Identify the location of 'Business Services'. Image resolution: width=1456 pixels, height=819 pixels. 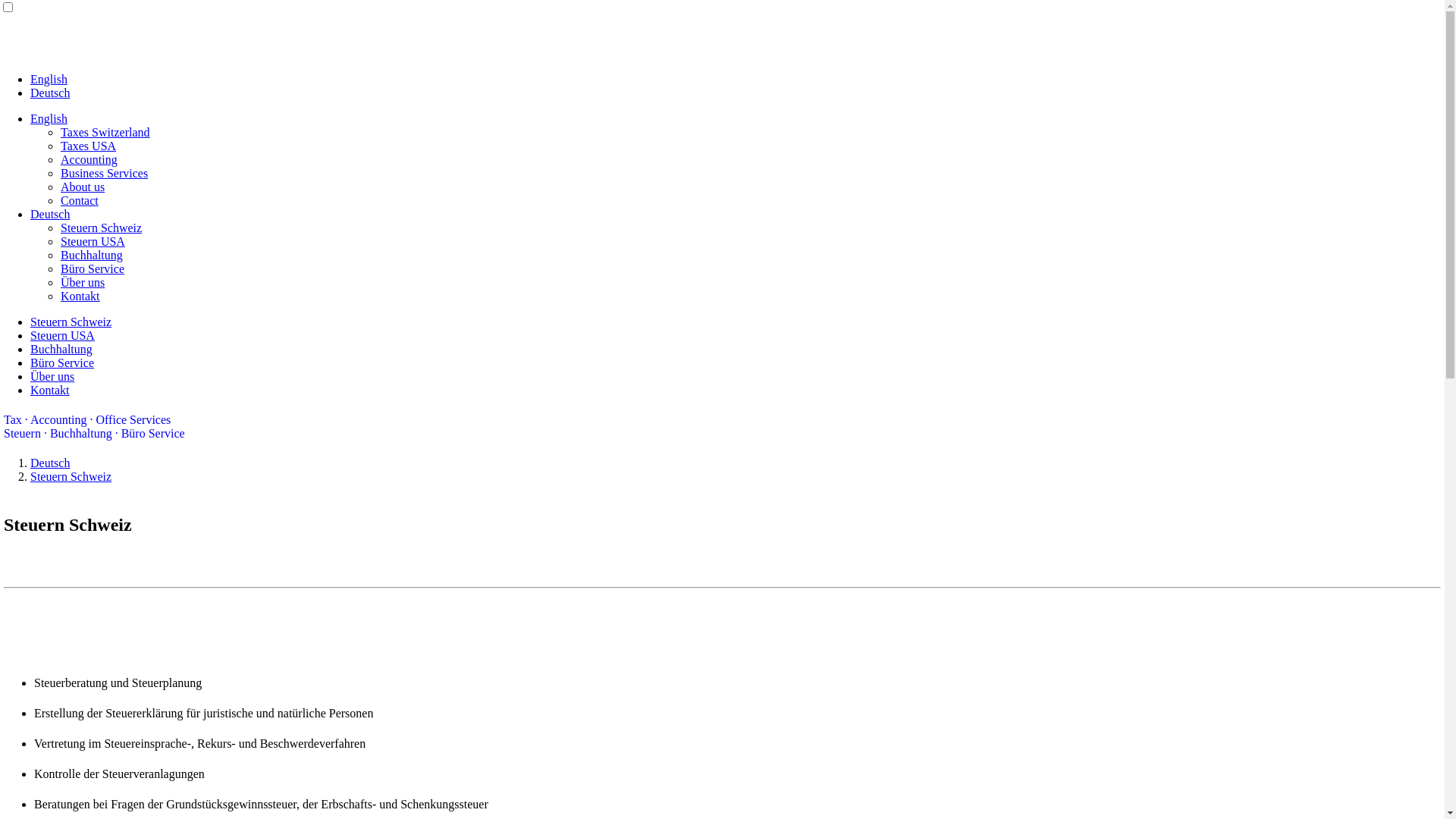
(103, 172).